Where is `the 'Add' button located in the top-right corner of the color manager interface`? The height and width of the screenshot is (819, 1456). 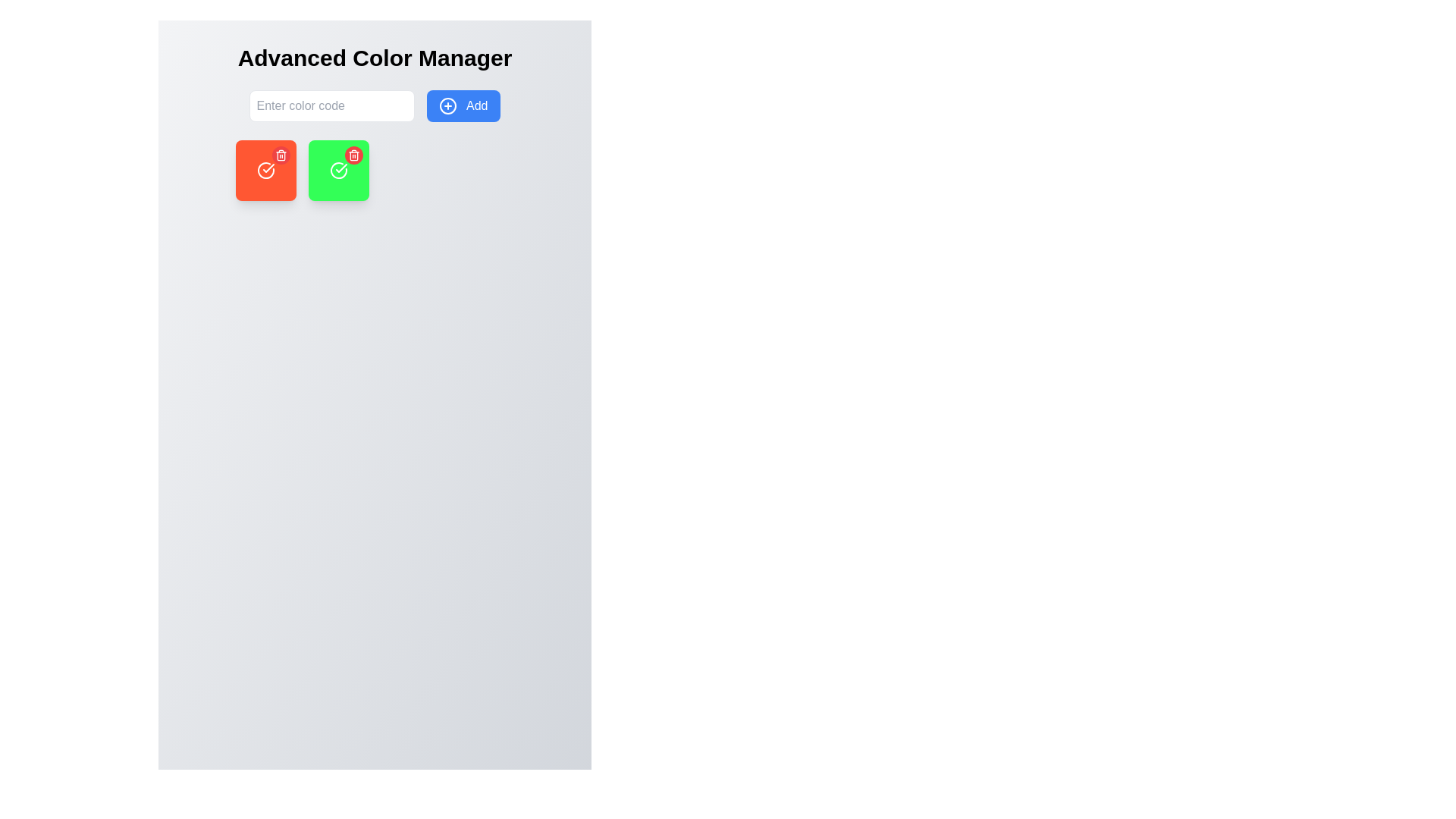 the 'Add' button located in the top-right corner of the color manager interface is located at coordinates (463, 105).